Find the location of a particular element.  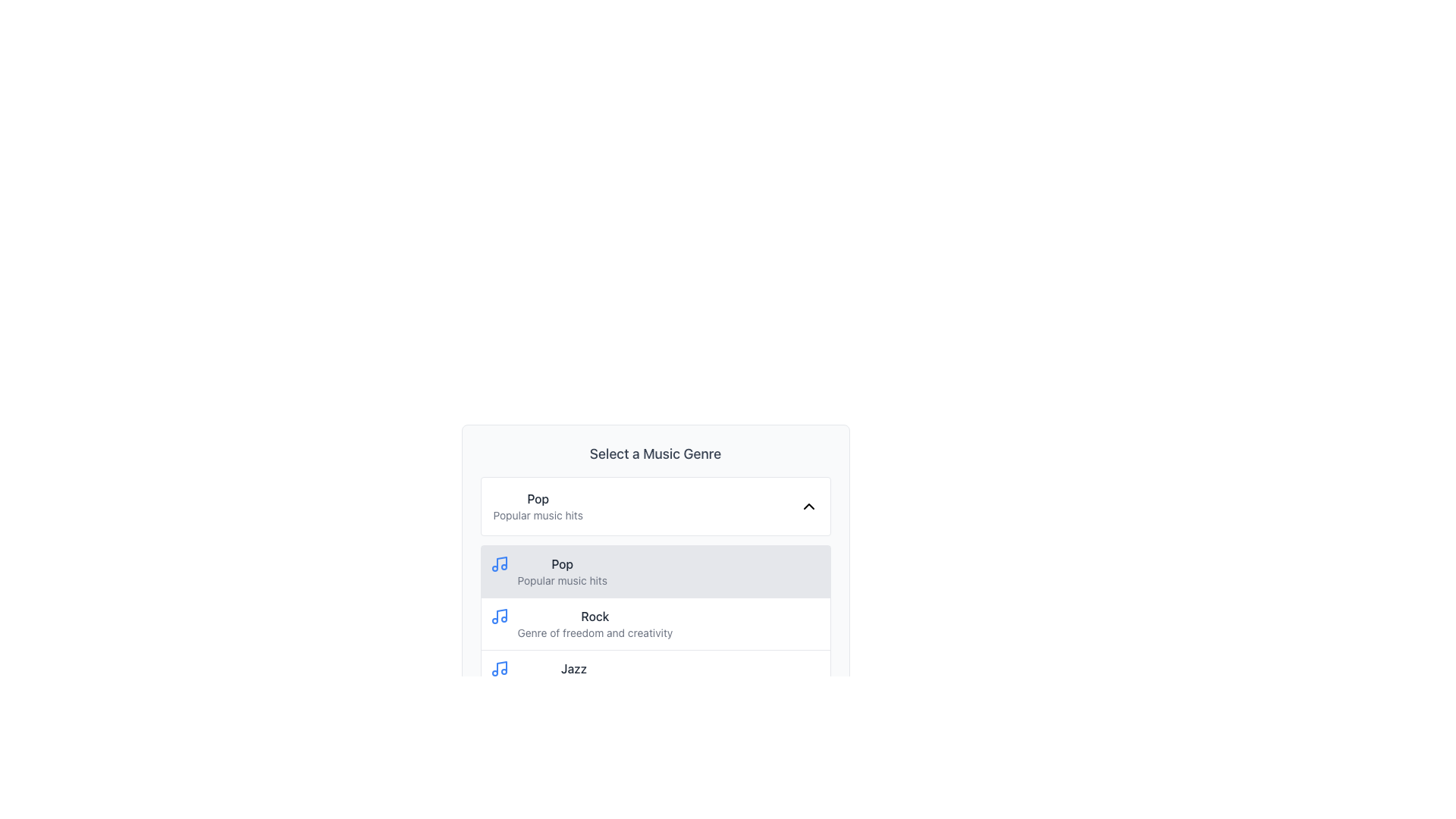

the 'Rock' music genre list item element is located at coordinates (655, 623).